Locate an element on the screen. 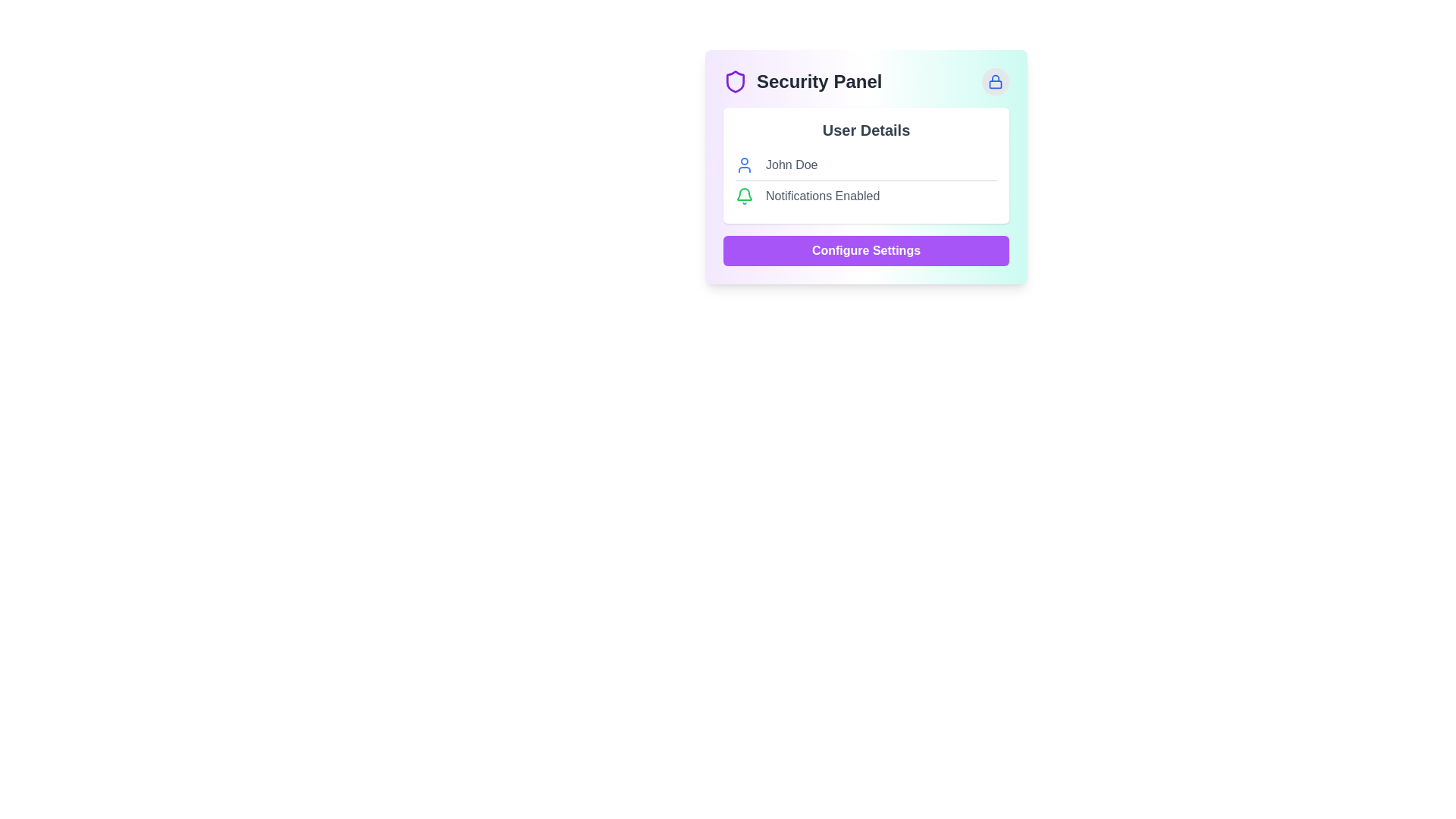 This screenshot has height=819, width=1456. the button with an embedded lock icon located at the top-right corner of the 'Security Panel' is located at coordinates (996, 82).